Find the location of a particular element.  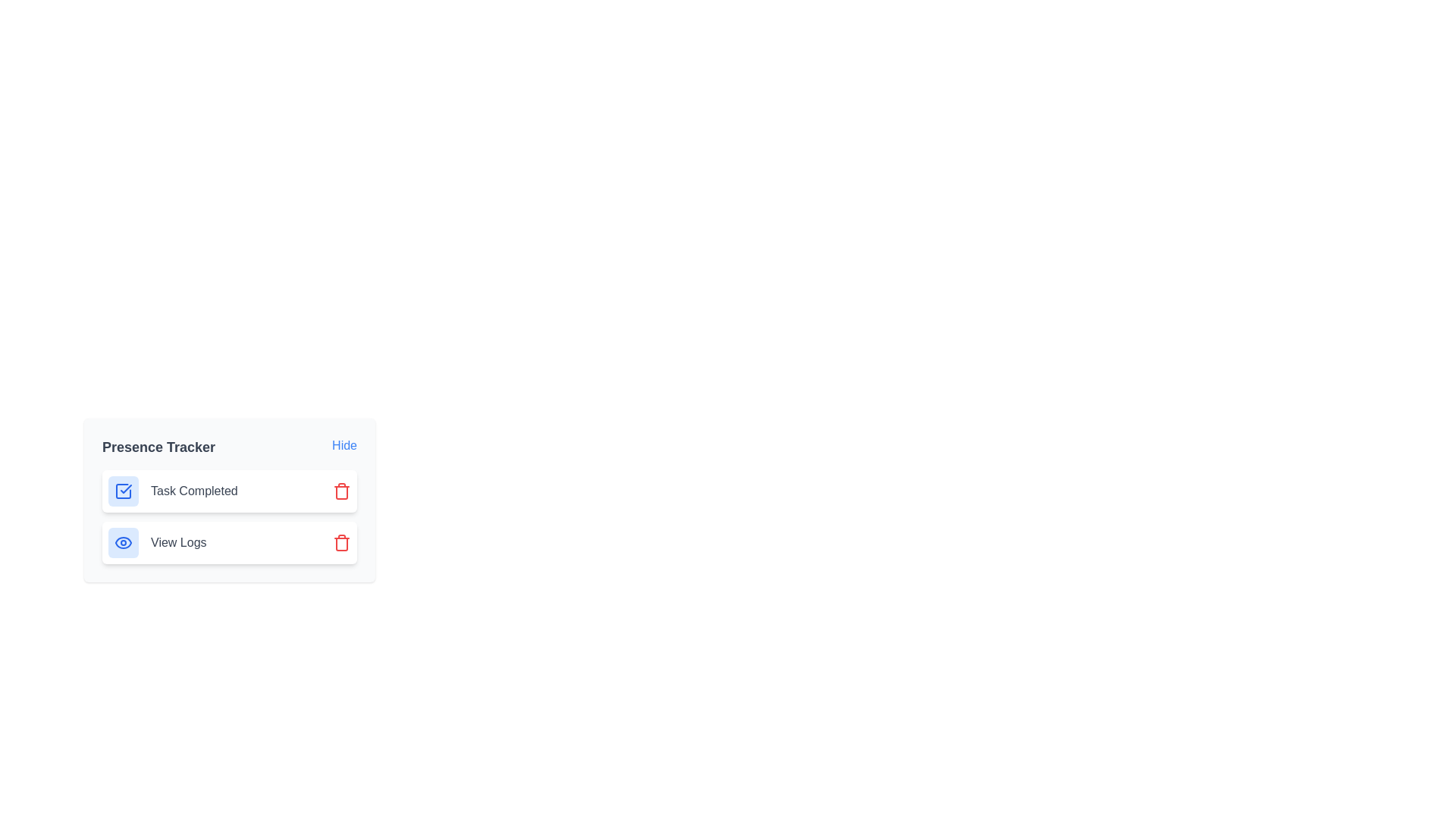

the checkbox icon of the completed task entry, which is the first item in the 'Presence Tracker' list is located at coordinates (228, 491).